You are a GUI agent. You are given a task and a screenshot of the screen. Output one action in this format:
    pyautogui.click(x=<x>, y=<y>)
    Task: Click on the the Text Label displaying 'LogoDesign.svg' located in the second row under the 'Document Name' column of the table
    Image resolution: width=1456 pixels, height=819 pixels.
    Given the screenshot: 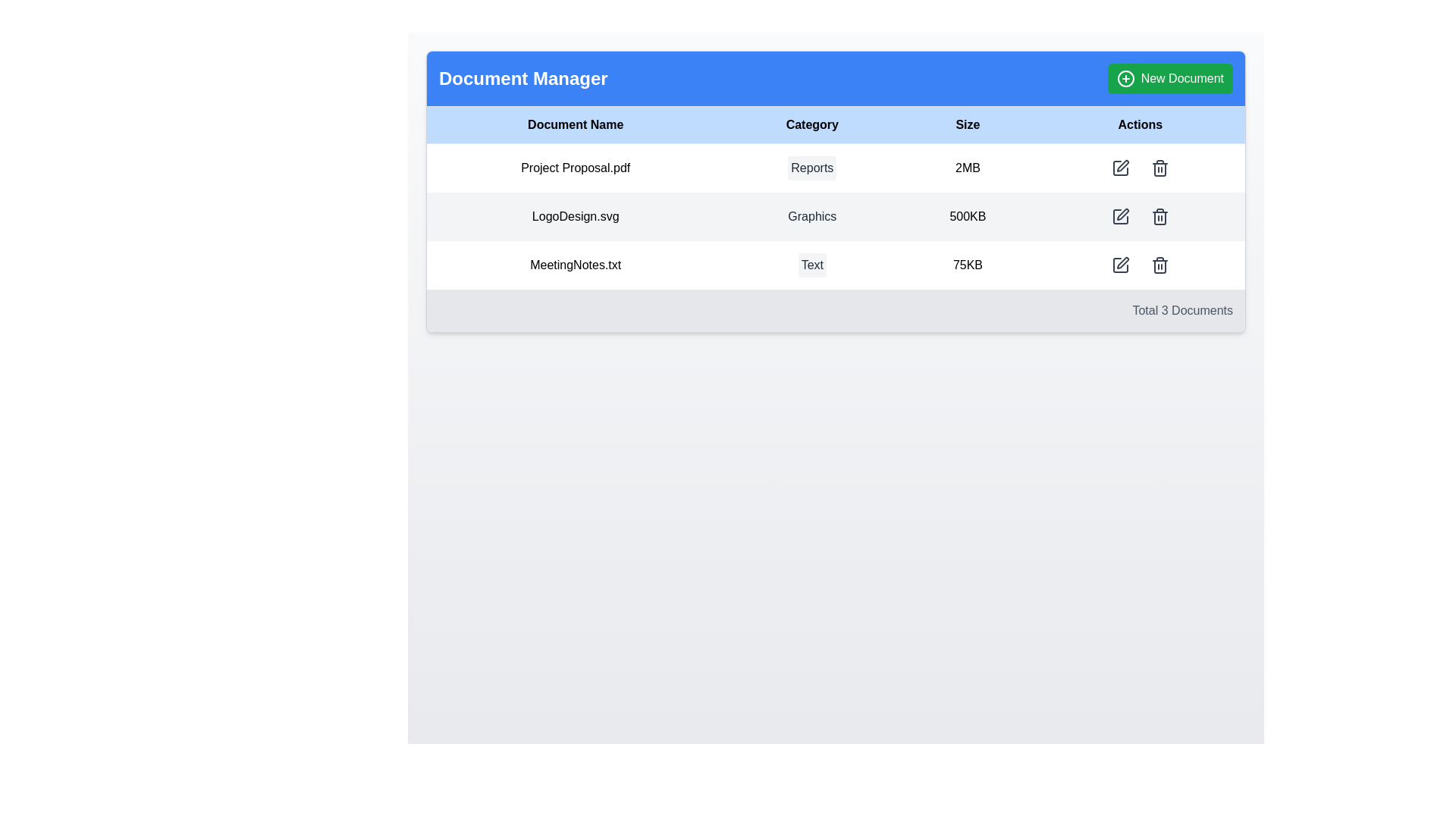 What is the action you would take?
    pyautogui.click(x=575, y=216)
    